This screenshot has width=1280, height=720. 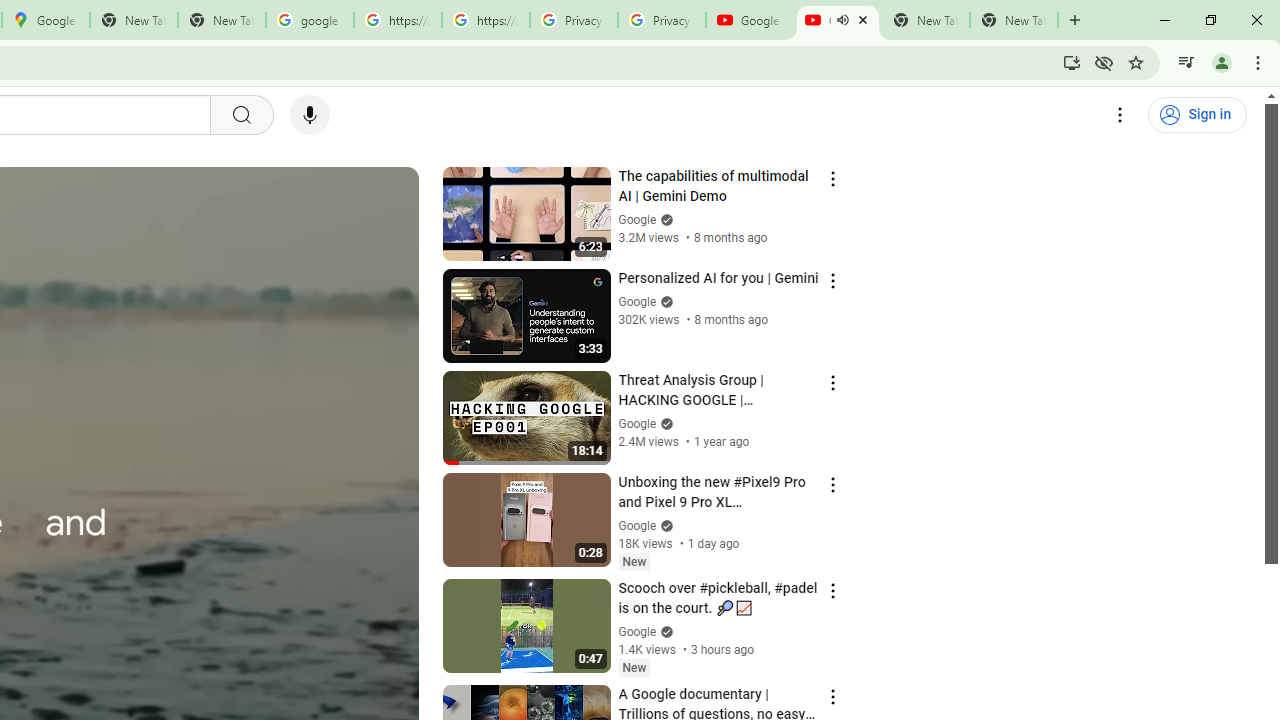 What do you see at coordinates (664, 631) in the screenshot?
I see `'Verified'` at bounding box center [664, 631].